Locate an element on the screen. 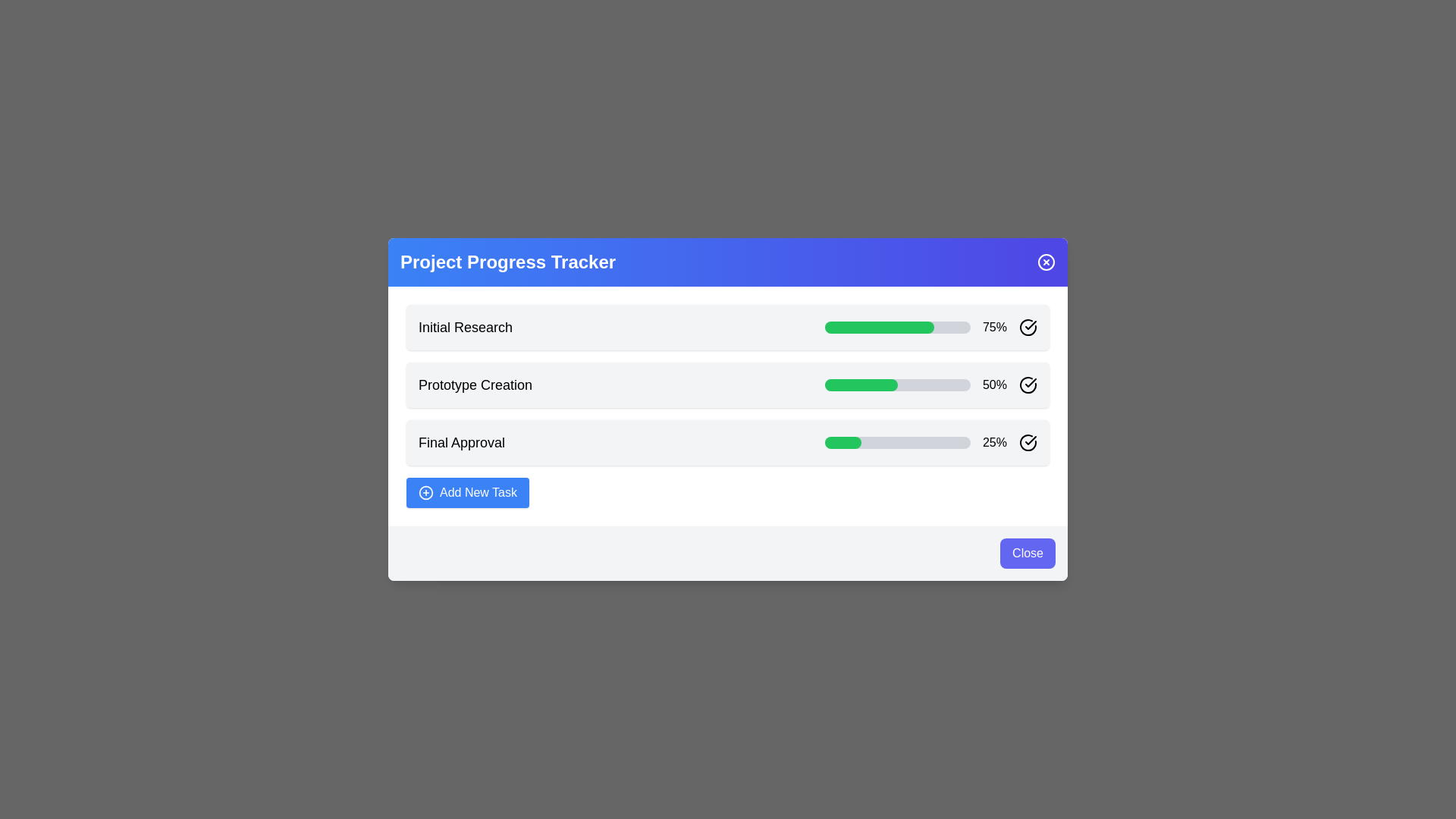 This screenshot has height=819, width=1456. the 'Add New Task' button located at the bottom-left of the project progress tracker card to initiate task addition is located at coordinates (477, 493).